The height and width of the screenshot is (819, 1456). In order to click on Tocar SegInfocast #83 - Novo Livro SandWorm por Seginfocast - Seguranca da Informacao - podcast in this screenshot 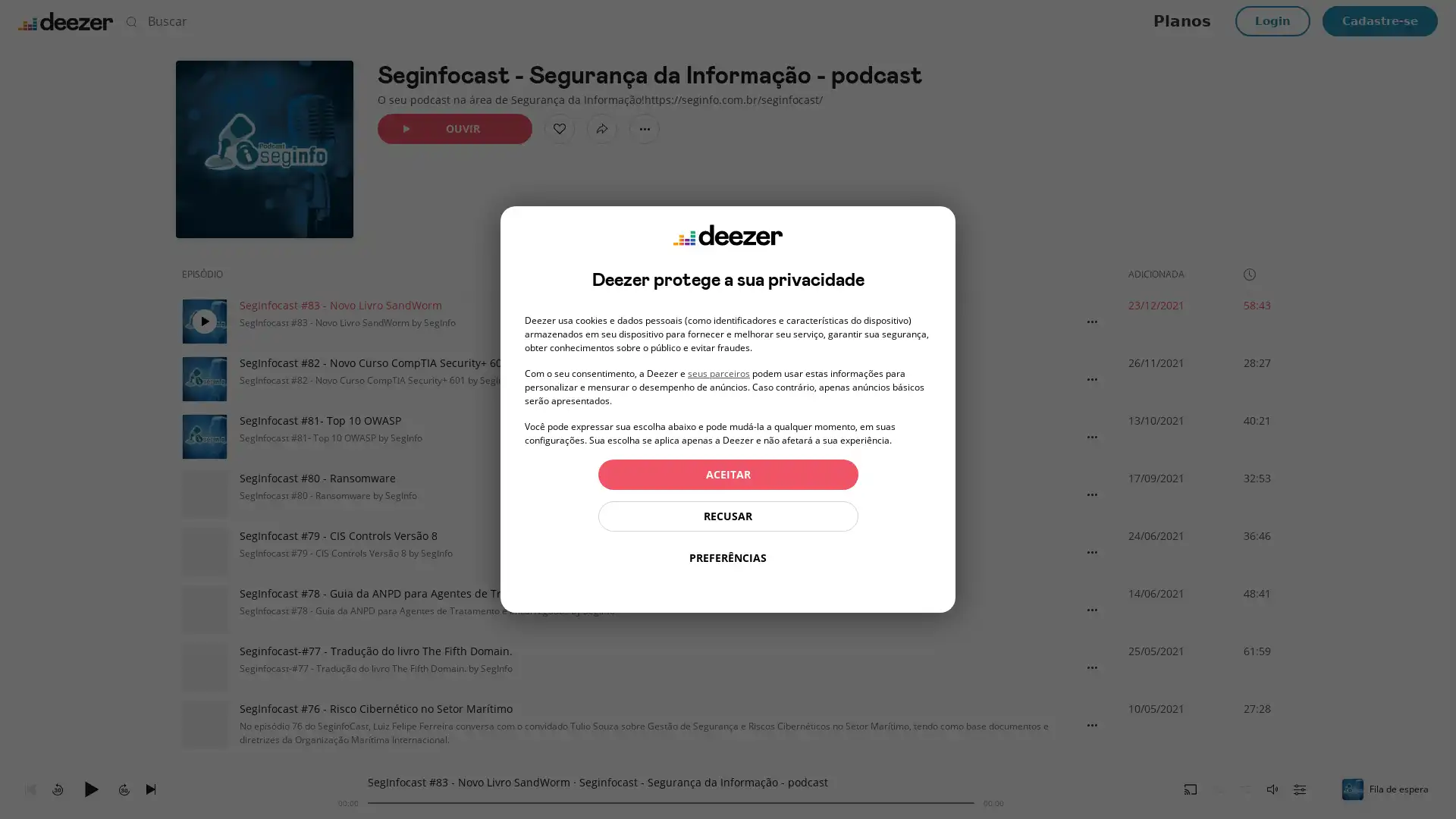, I will do `click(203, 321)`.